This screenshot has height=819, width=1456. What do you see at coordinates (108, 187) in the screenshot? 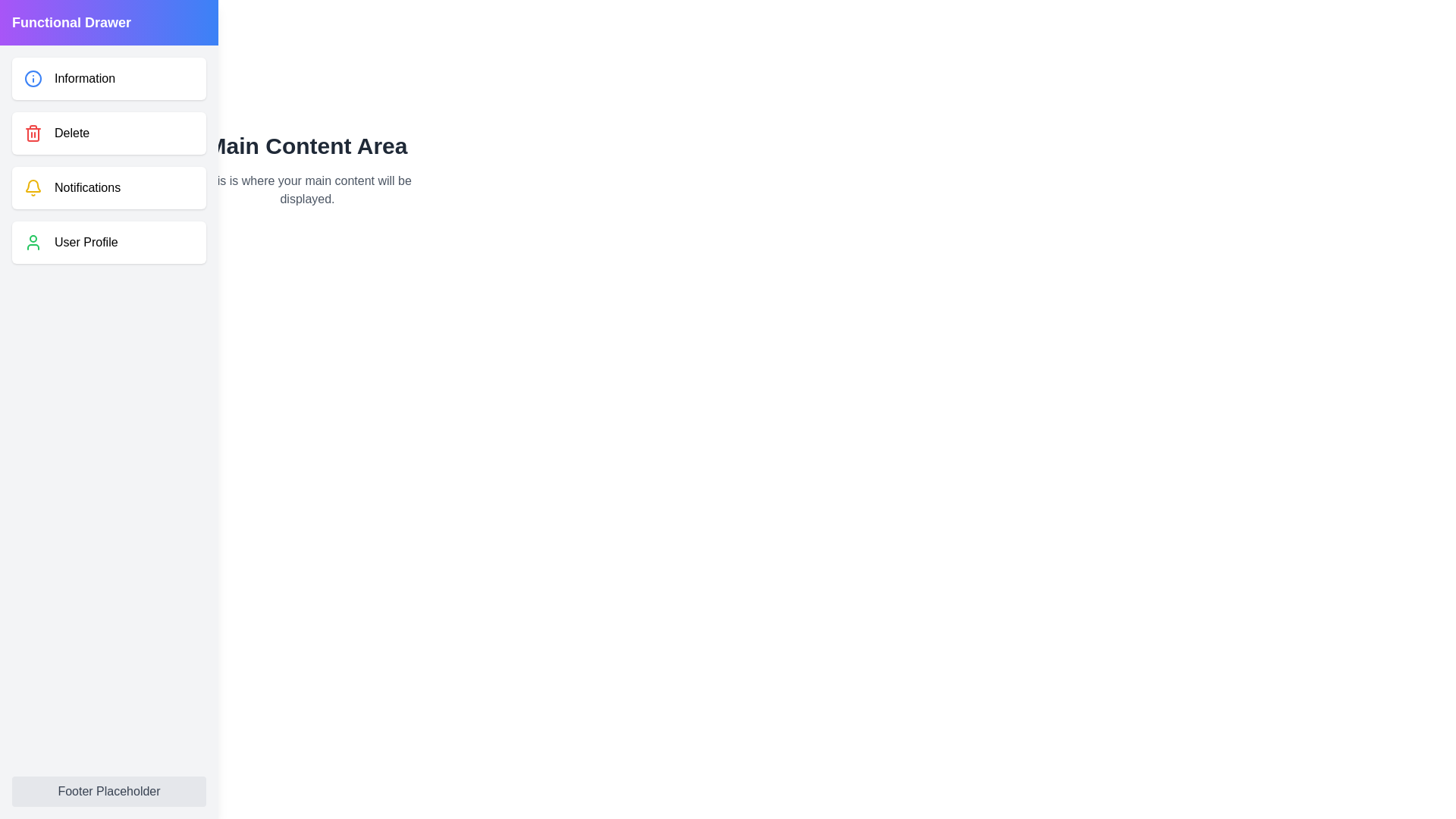
I see `the notifications button, which is represented by a bell icon and is the third option in the vertical drawer menu located on the left side of the interface` at bounding box center [108, 187].